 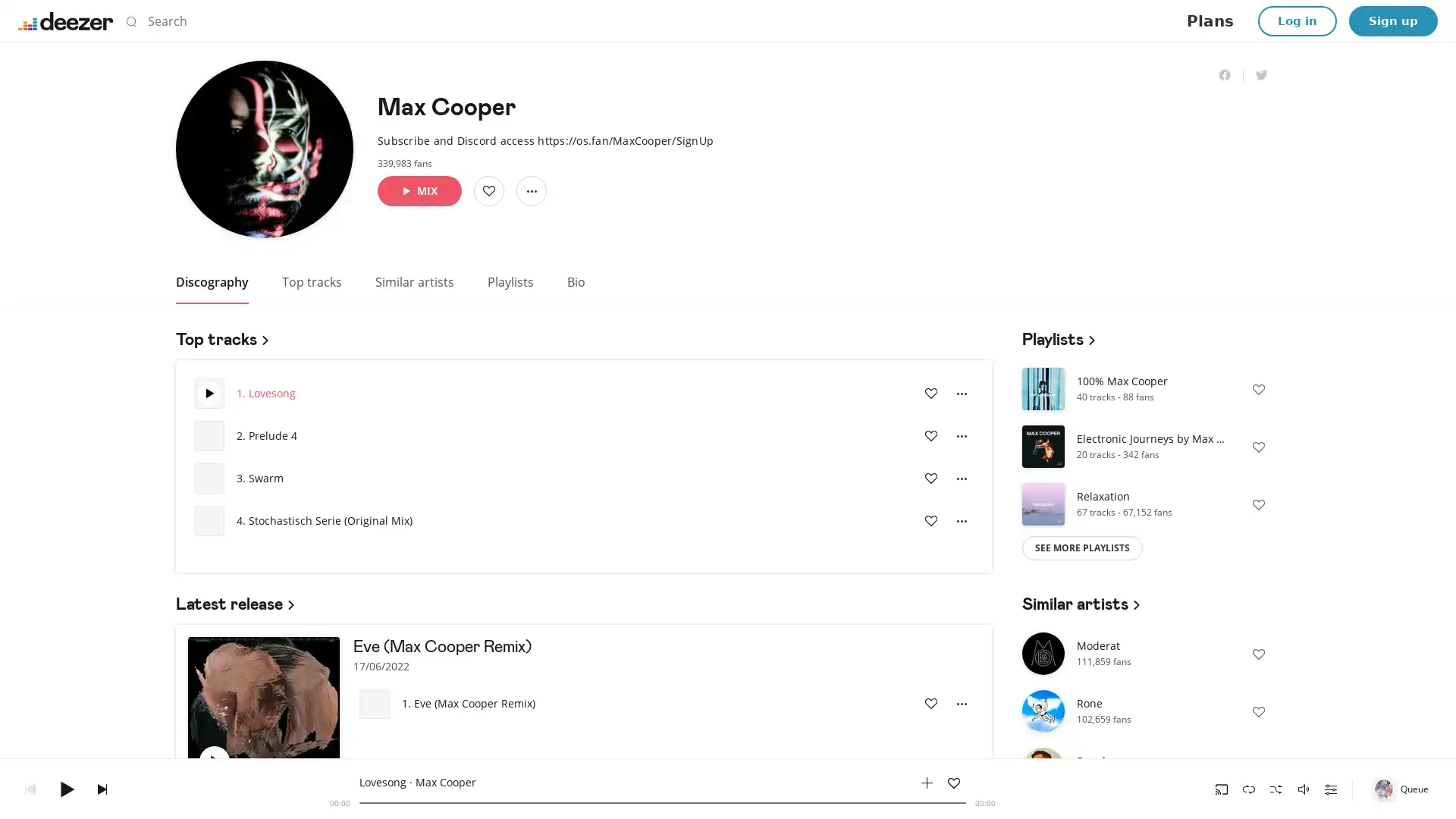 I want to click on Queue, so click(x=1401, y=788).